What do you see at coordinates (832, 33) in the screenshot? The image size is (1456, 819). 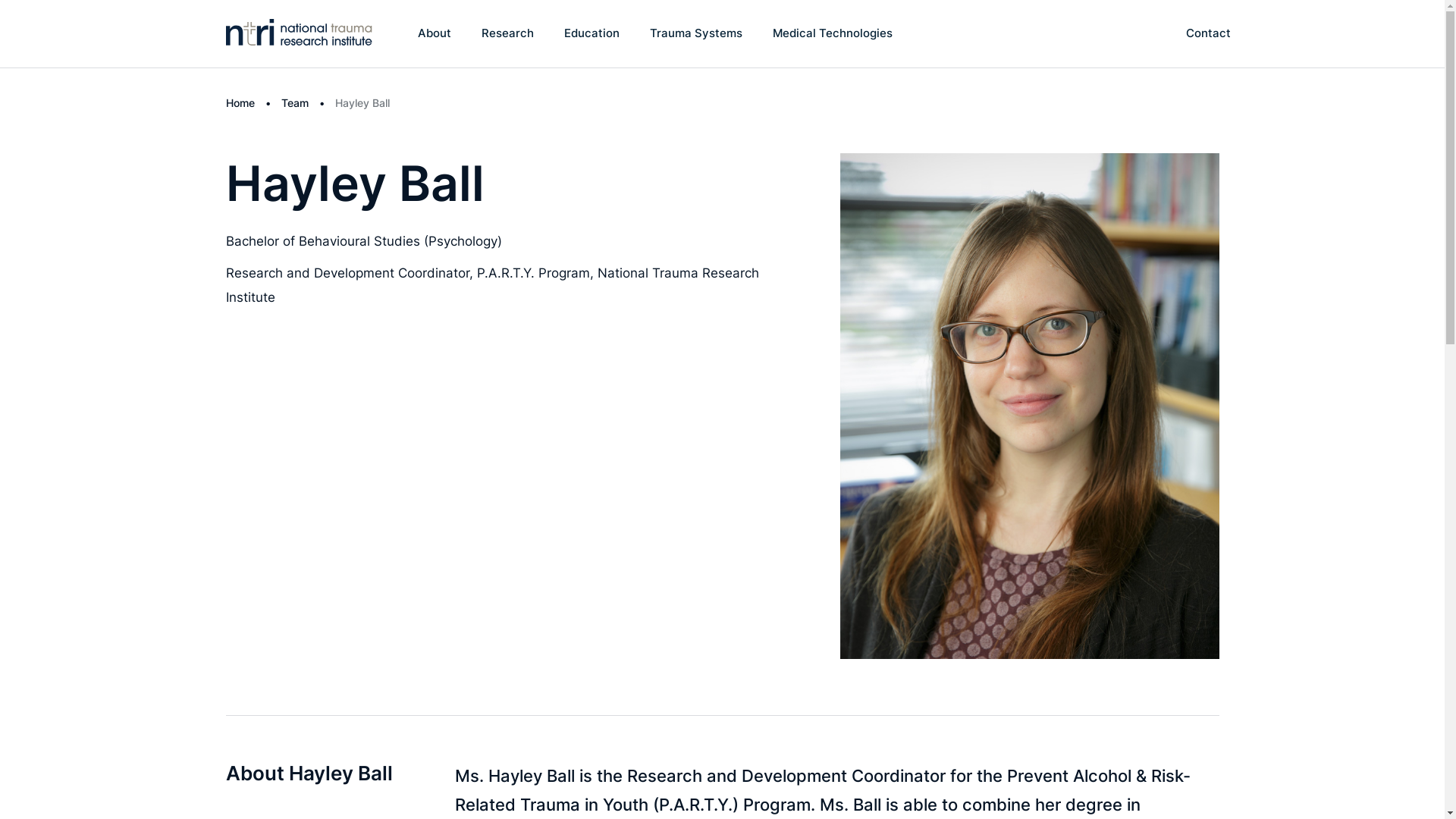 I see `'Medical Technologies'` at bounding box center [832, 33].